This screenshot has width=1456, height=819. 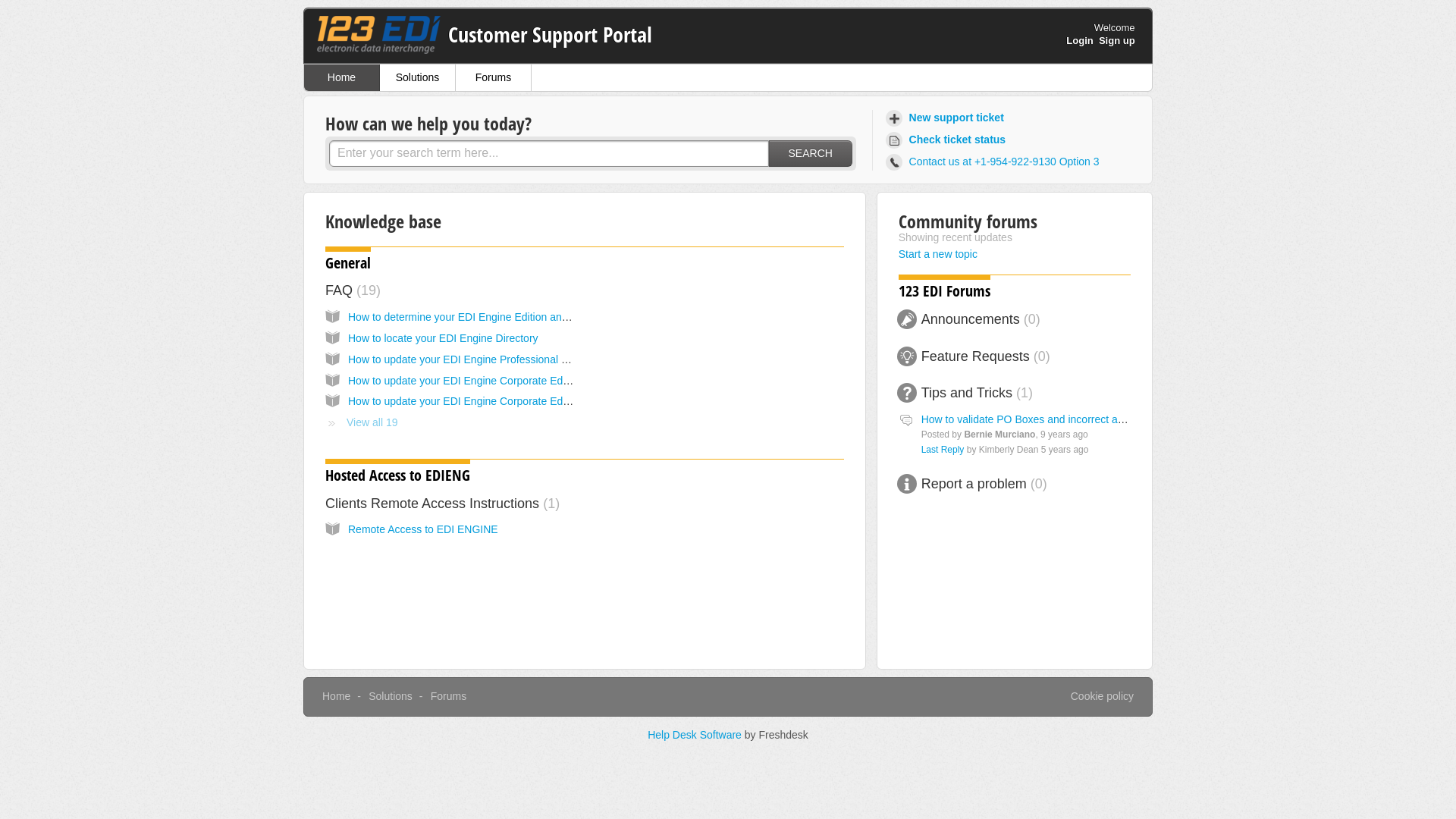 What do you see at coordinates (341, 77) in the screenshot?
I see `'Home'` at bounding box center [341, 77].